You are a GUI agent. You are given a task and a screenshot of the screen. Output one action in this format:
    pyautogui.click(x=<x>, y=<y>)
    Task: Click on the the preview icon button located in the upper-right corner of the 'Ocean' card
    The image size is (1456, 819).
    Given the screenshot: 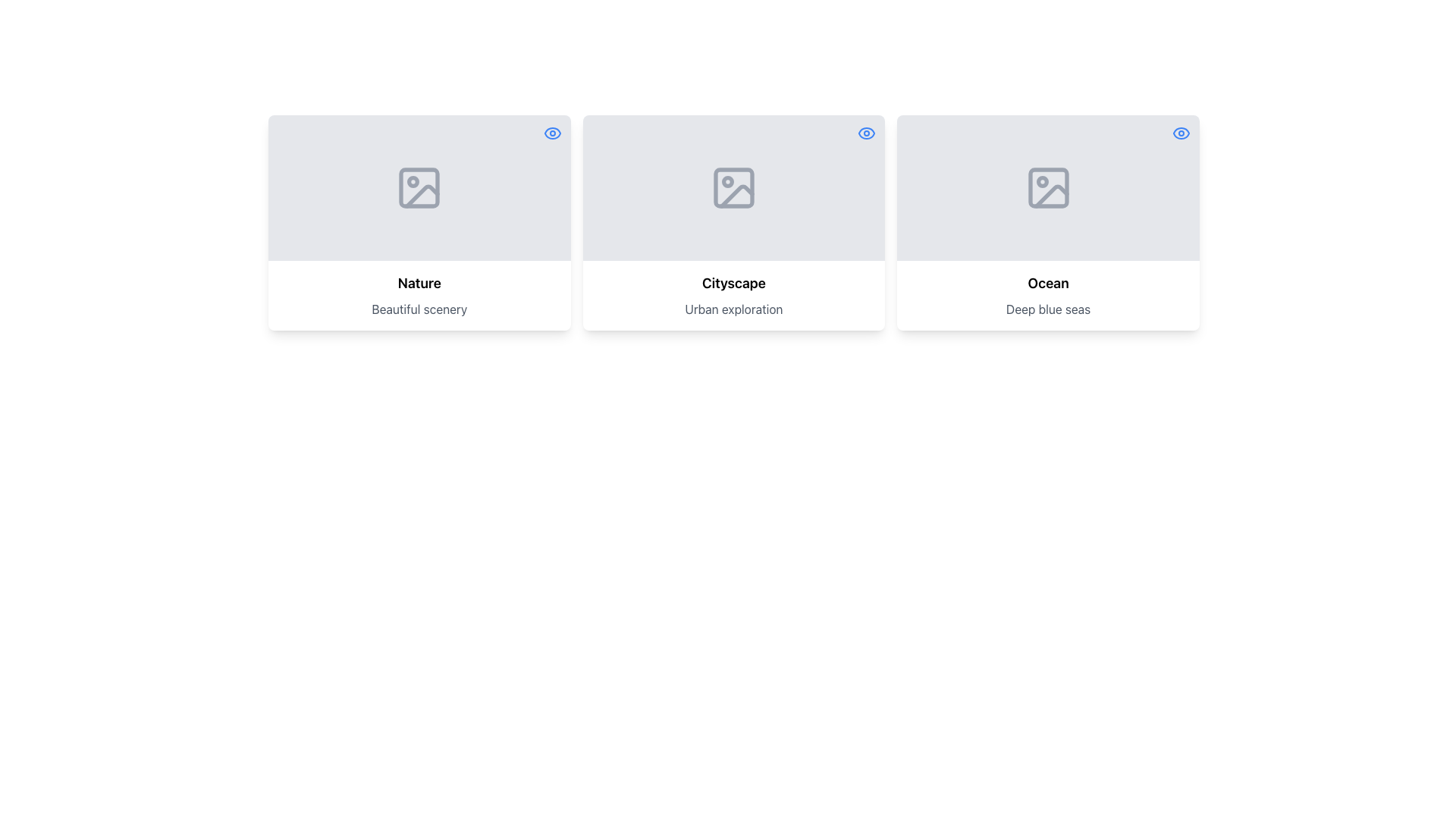 What is the action you would take?
    pyautogui.click(x=1180, y=133)
    